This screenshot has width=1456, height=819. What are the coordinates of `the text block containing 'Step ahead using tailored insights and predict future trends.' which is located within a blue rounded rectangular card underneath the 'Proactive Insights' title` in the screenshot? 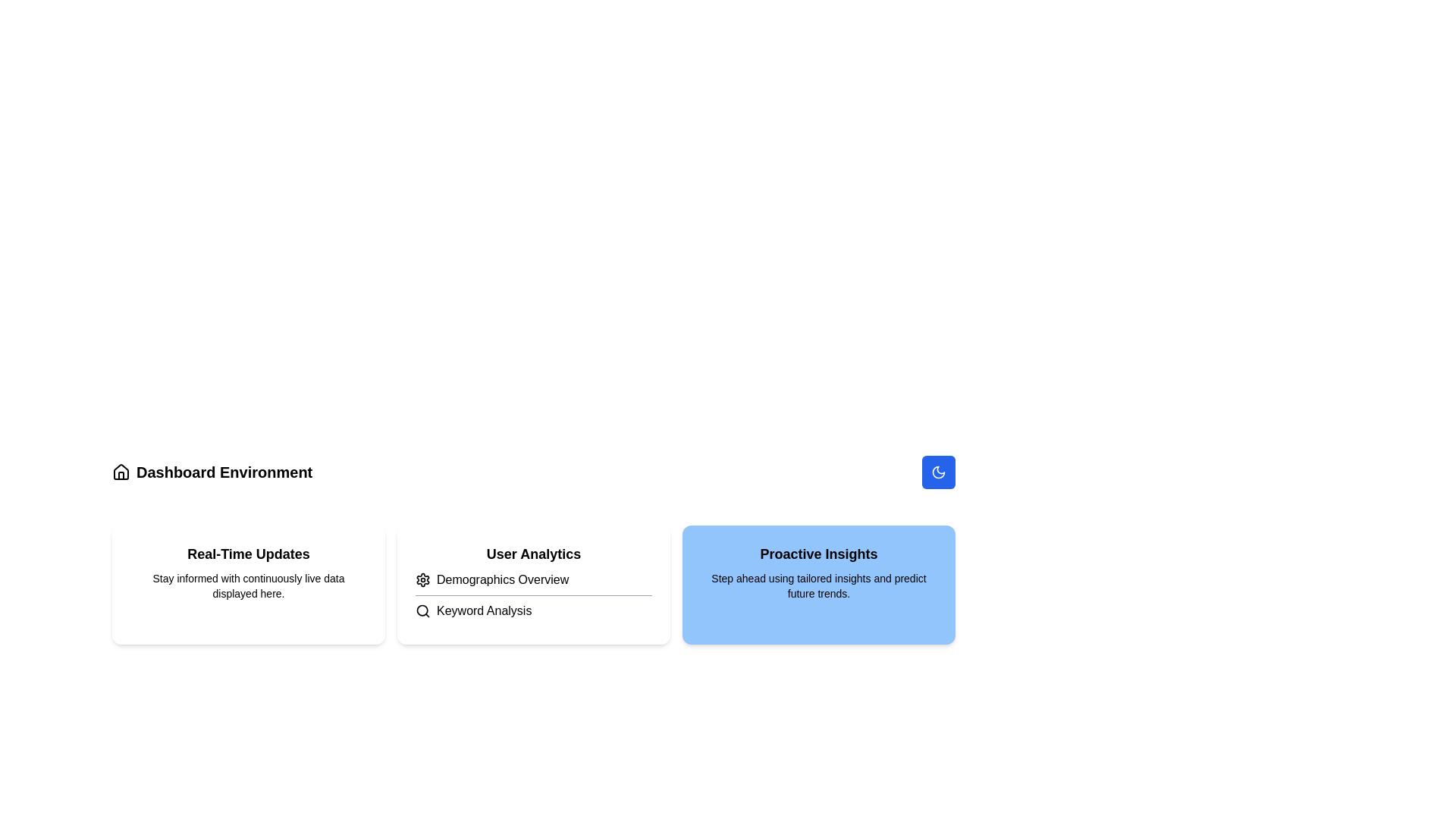 It's located at (818, 585).